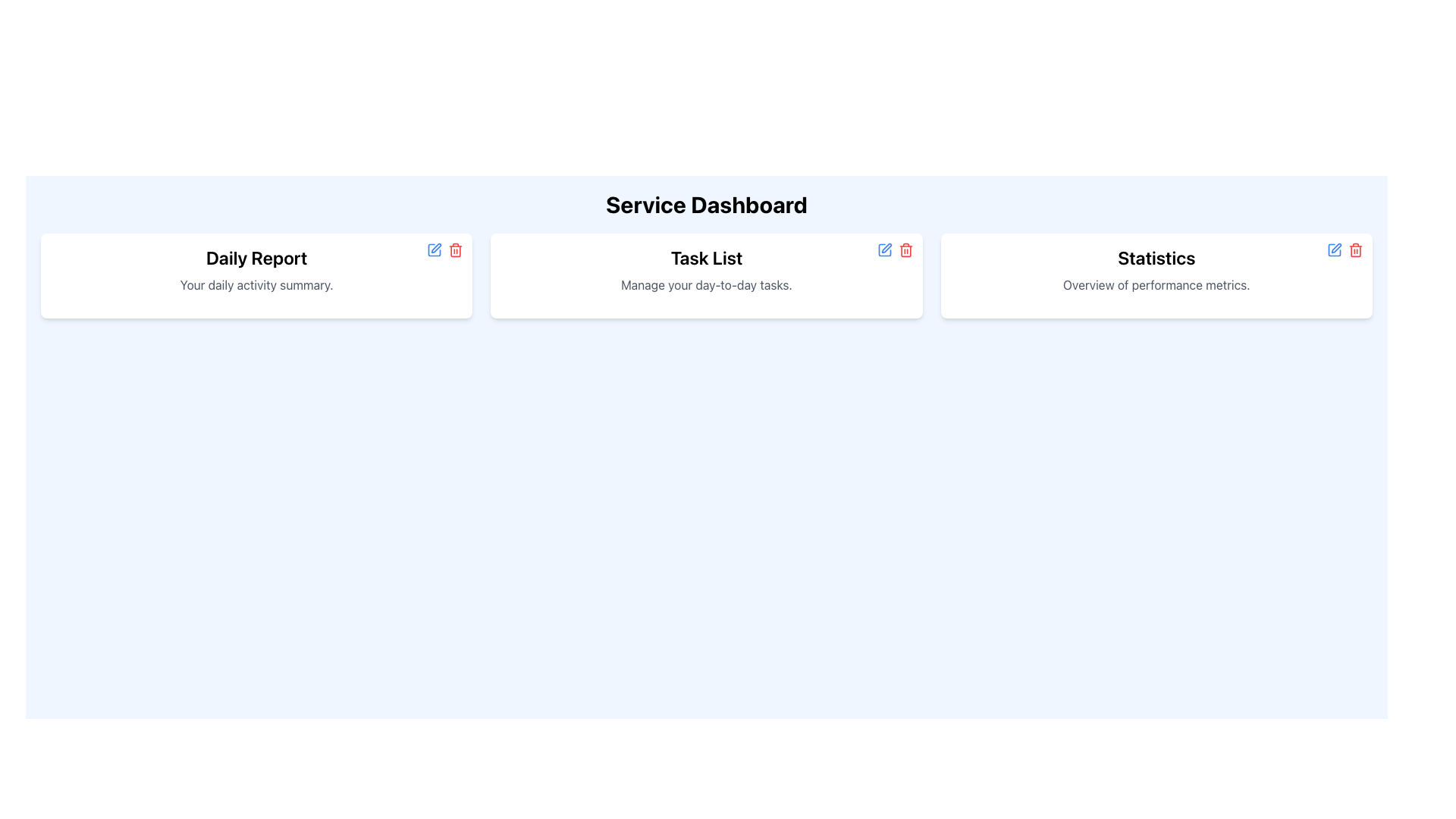  What do you see at coordinates (435, 247) in the screenshot?
I see `the button in the top-right corner of the 'Daily Report' card to initiate the edit action for modifying its content or settings` at bounding box center [435, 247].